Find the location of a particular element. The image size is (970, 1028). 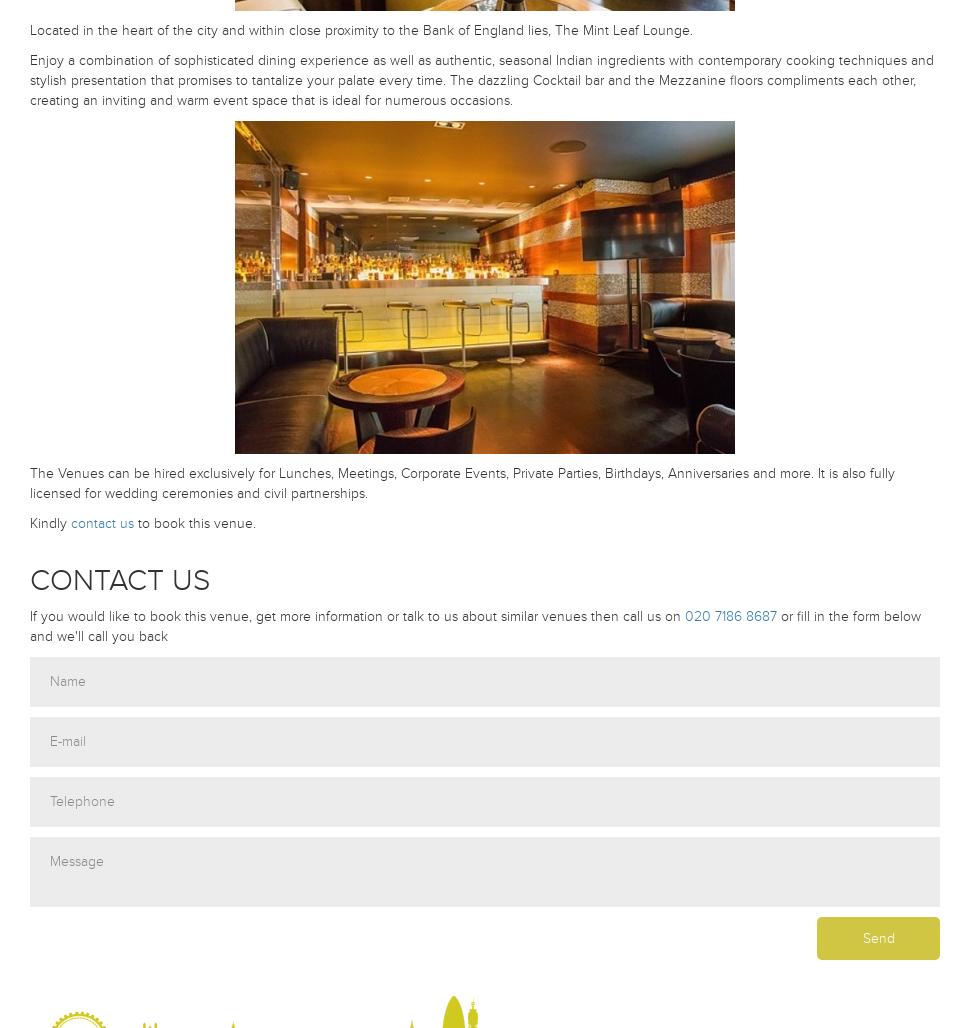

'Located in the heart of the city and within close proximity to the Bank of England lies, The Mint Leaf Lounge.' is located at coordinates (29, 30).